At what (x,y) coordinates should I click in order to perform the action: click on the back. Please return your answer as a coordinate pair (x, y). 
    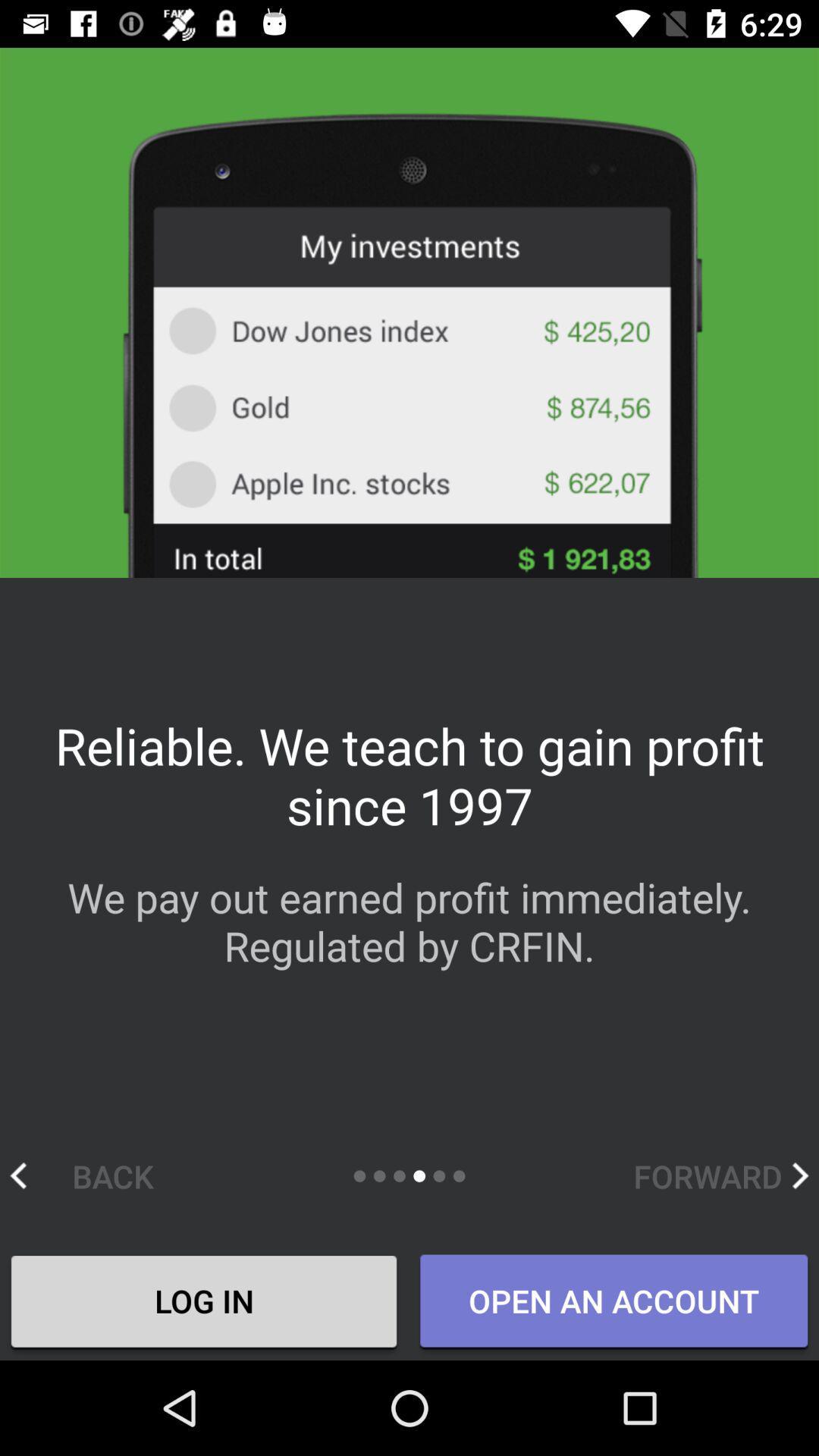
    Looking at the image, I should click on (97, 1175).